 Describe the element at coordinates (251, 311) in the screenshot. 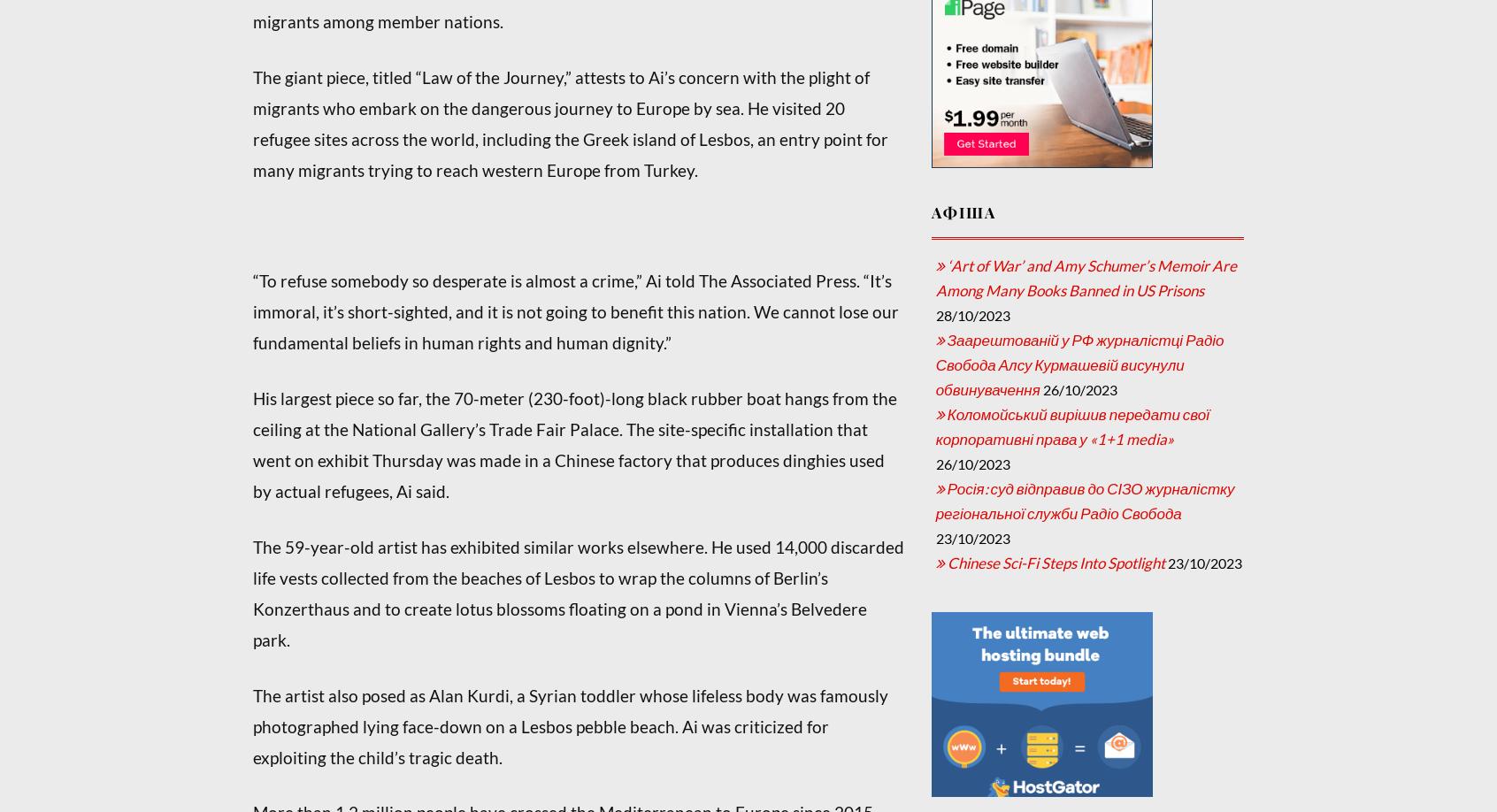

I see `'“To refuse somebody so desperate is almost a crime,” Ai told The Associated Press. “It’s immoral, it’s short-sighted, and it is not going to benefit this nation. We cannot lose our fundamental beliefs in human rights and human dignity.”'` at that location.